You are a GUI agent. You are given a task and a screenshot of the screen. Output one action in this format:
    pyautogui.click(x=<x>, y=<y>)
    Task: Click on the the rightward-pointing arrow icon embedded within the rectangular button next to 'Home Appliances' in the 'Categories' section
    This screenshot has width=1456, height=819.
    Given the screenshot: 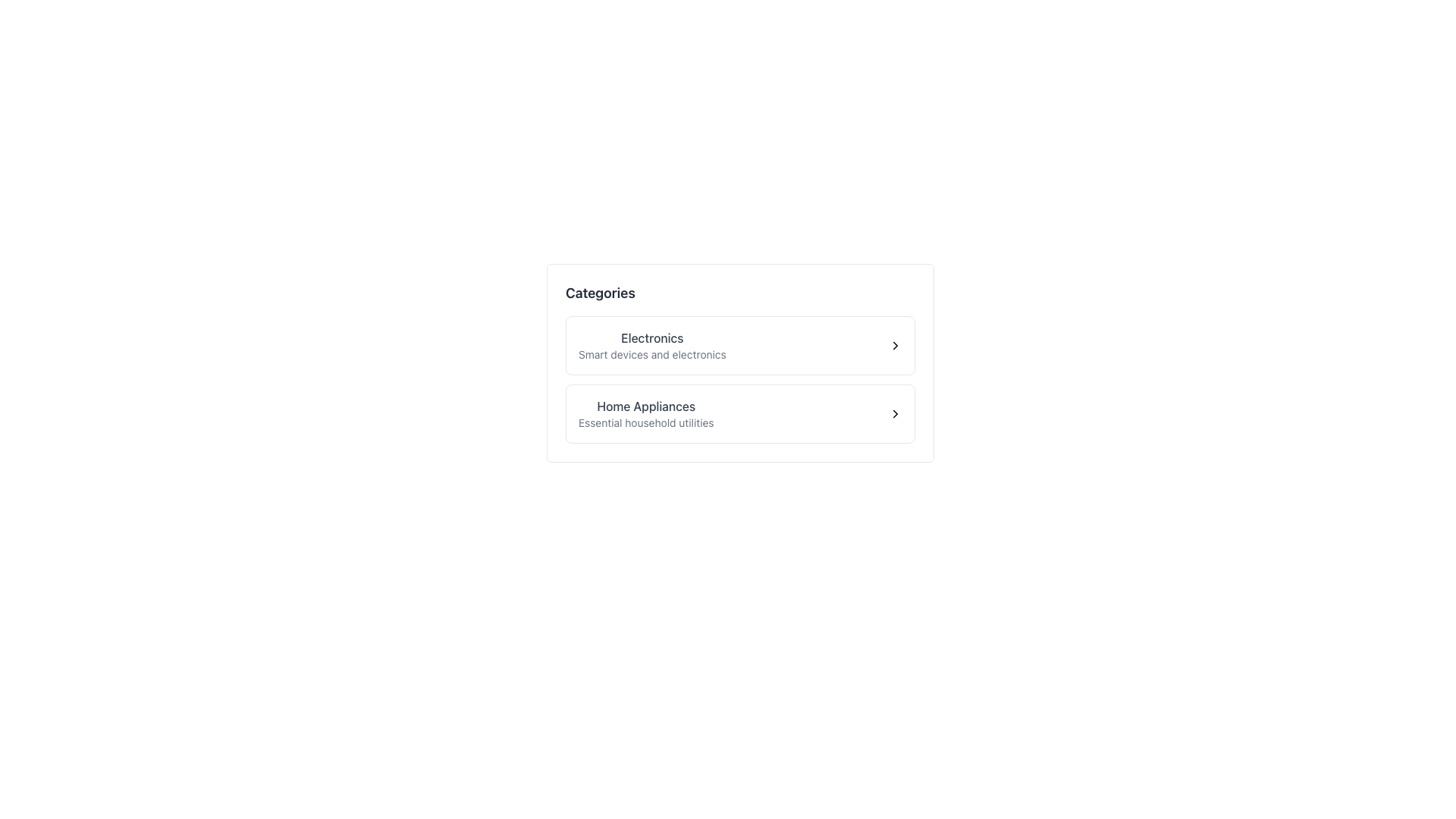 What is the action you would take?
    pyautogui.click(x=895, y=414)
    